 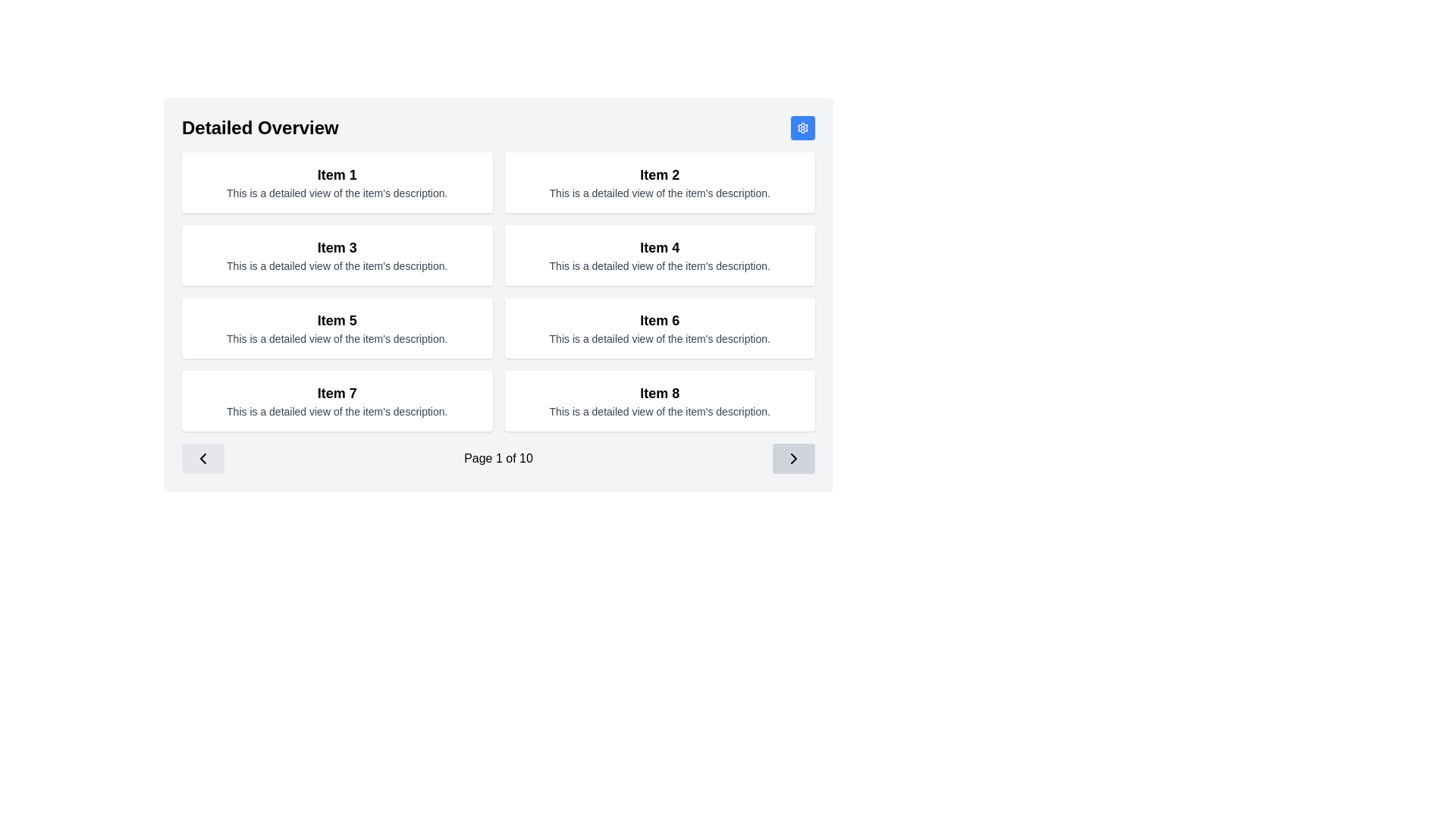 I want to click on static text element that displays the description "This is a detailed view of the item's description." below the title "Item 8" in a gray font, so click(x=660, y=412).